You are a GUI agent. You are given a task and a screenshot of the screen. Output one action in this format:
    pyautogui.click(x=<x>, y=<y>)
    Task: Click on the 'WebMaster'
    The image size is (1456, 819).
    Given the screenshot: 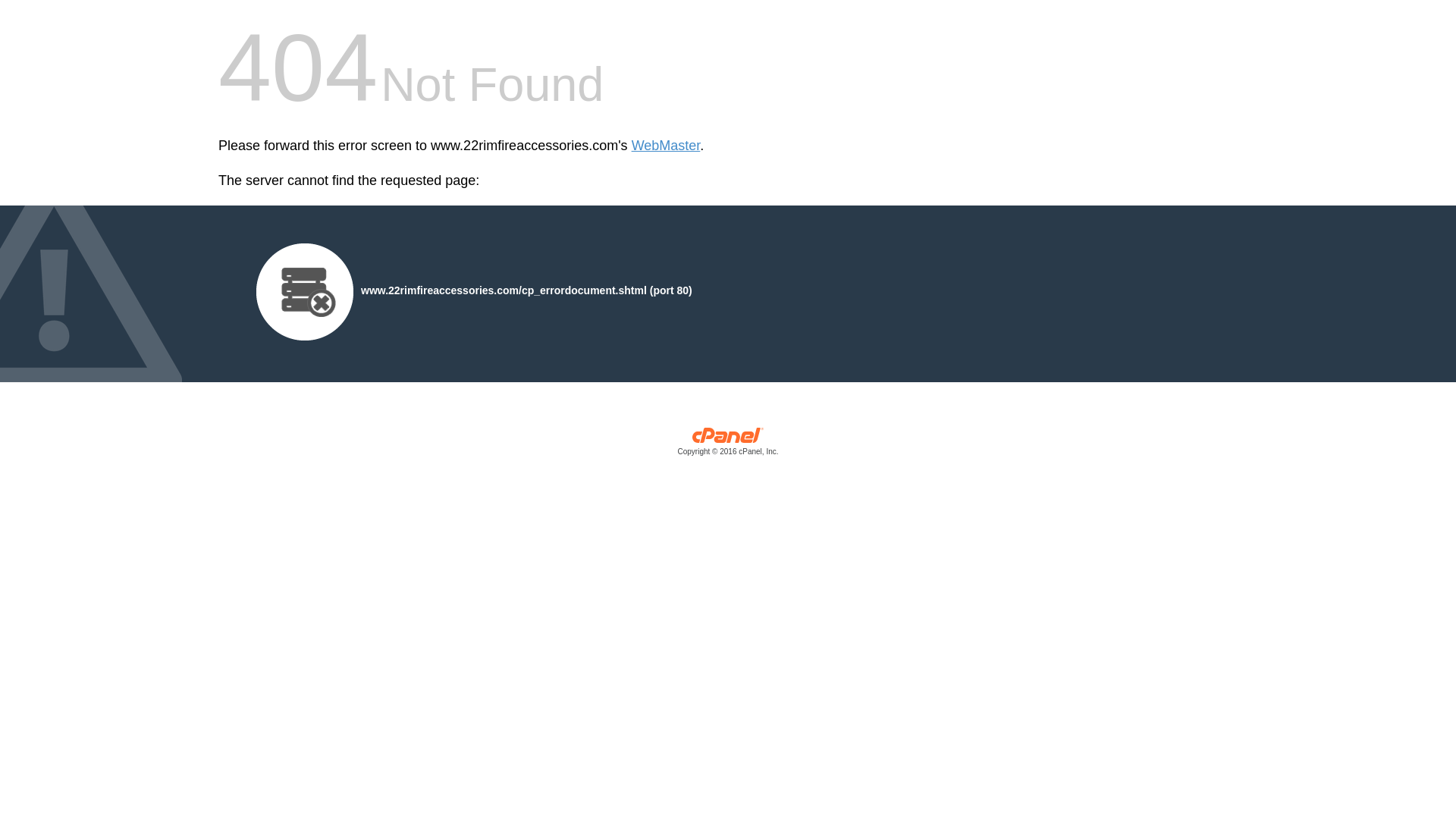 What is the action you would take?
    pyautogui.click(x=666, y=146)
    